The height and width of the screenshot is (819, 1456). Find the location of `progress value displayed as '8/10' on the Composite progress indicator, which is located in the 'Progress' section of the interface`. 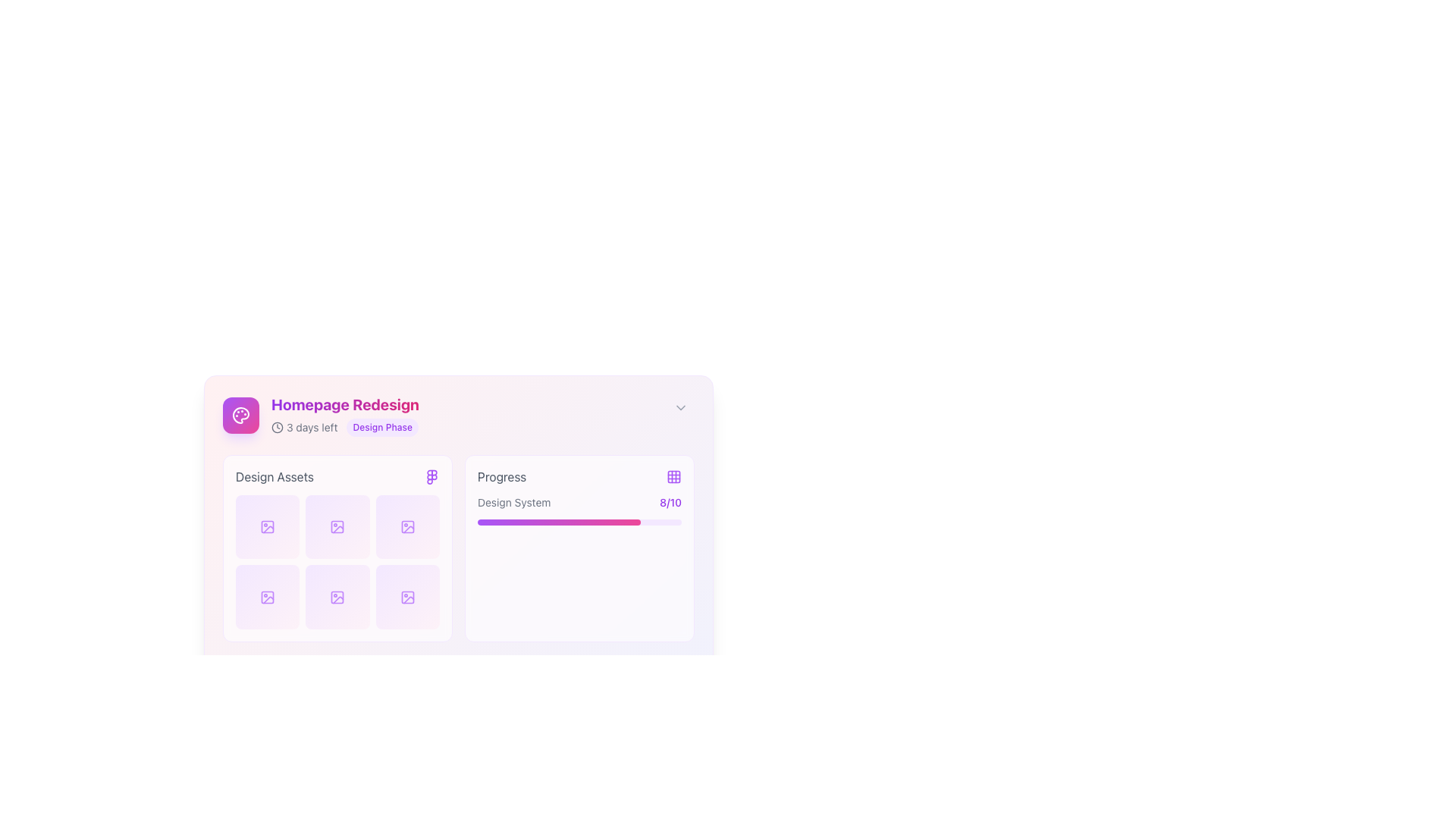

progress value displayed as '8/10' on the Composite progress indicator, which is located in the 'Progress' section of the interface is located at coordinates (579, 510).